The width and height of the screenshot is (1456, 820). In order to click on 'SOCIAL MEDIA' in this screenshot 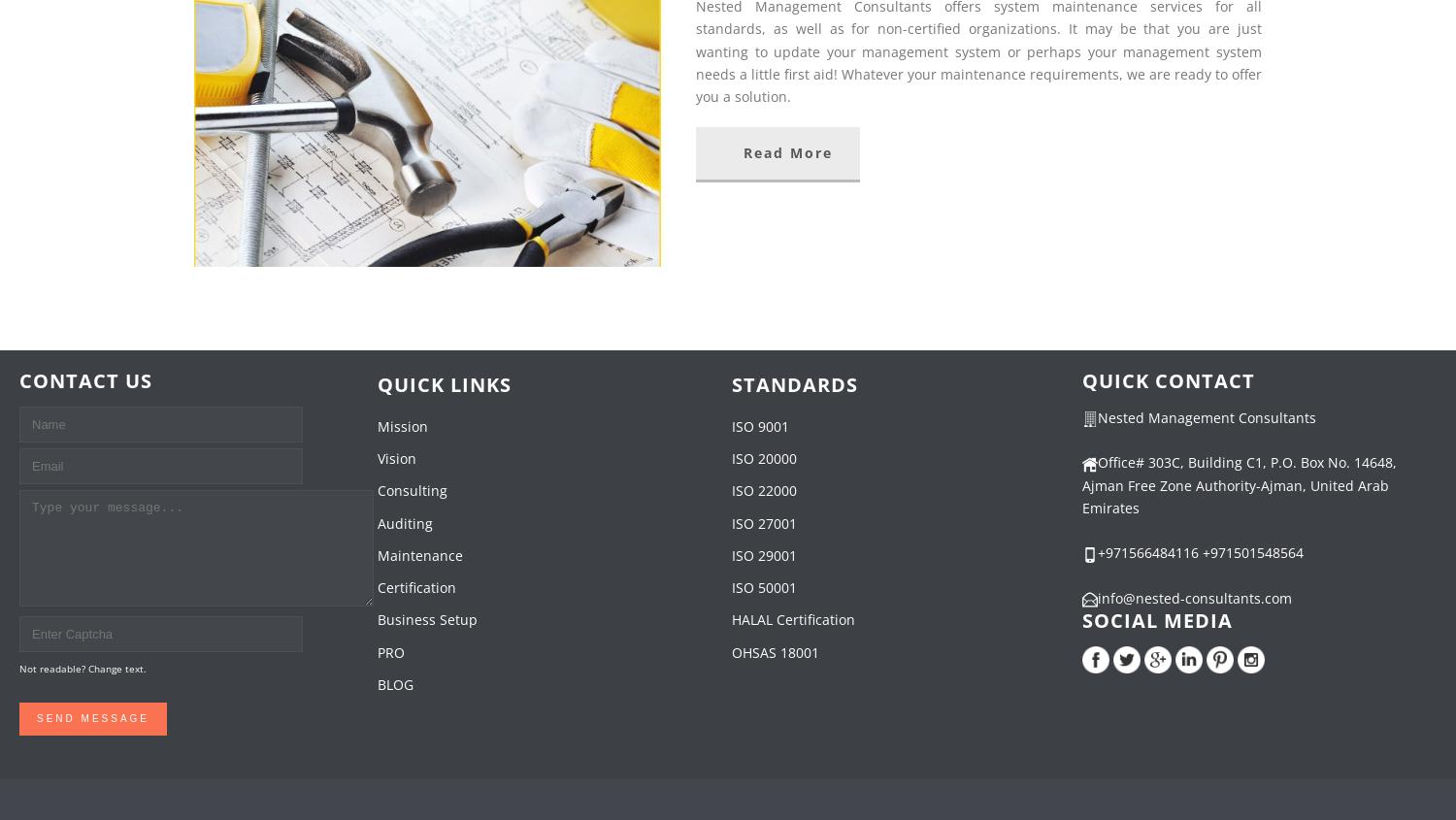, I will do `click(1080, 620)`.